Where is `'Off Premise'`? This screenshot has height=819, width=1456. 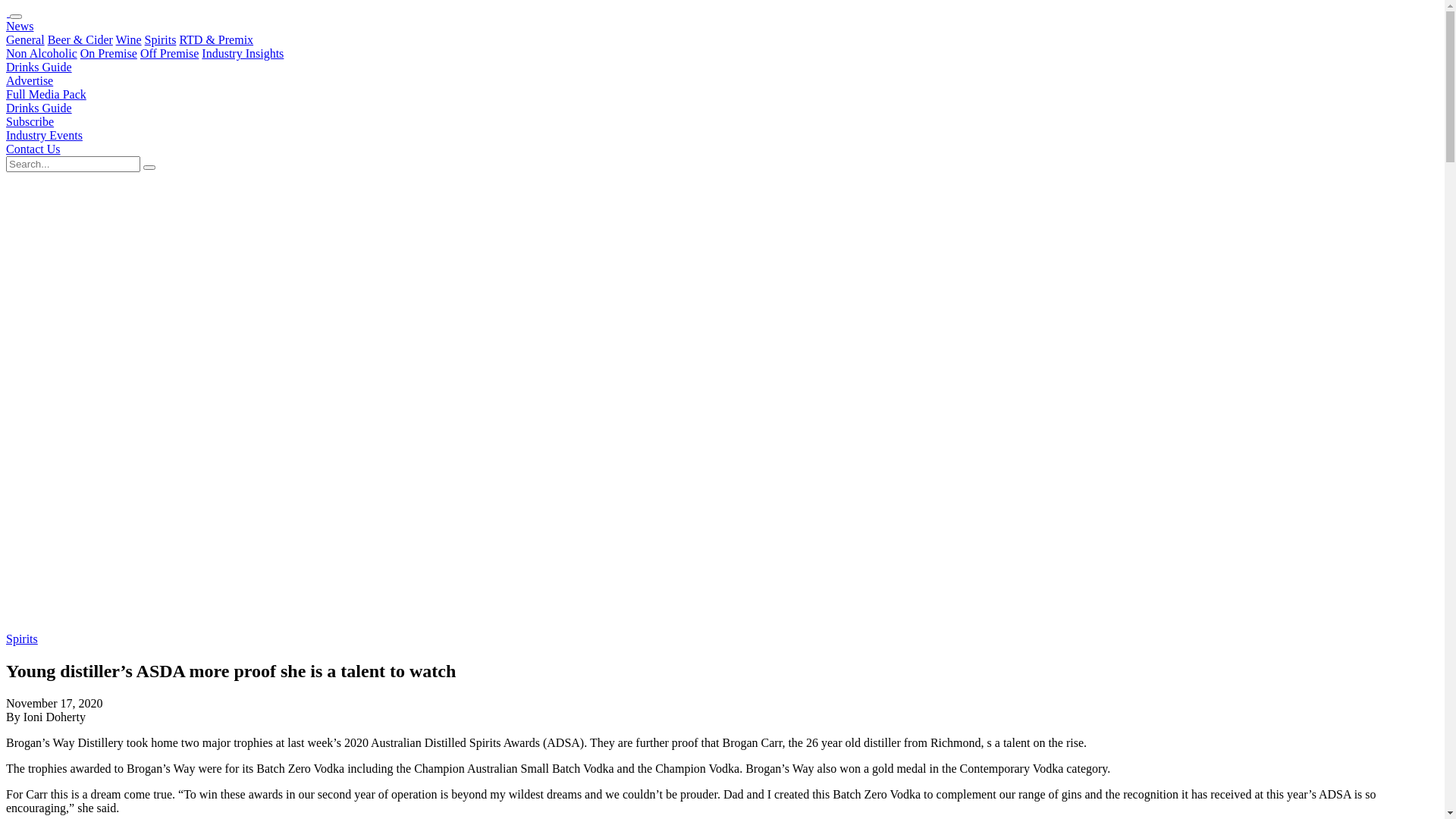
'Off Premise' is located at coordinates (169, 52).